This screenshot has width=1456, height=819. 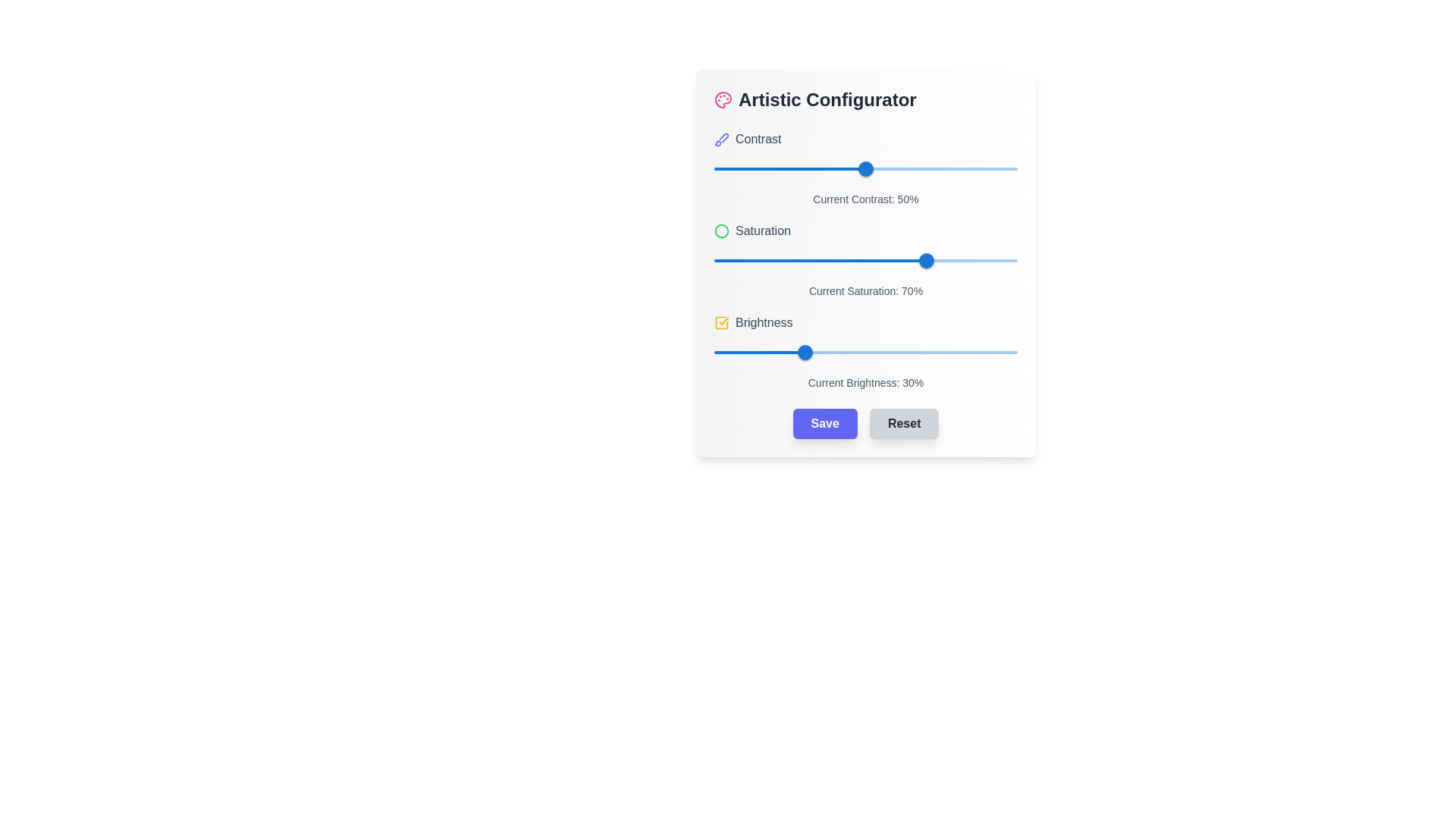 I want to click on contrast, so click(x=965, y=169).